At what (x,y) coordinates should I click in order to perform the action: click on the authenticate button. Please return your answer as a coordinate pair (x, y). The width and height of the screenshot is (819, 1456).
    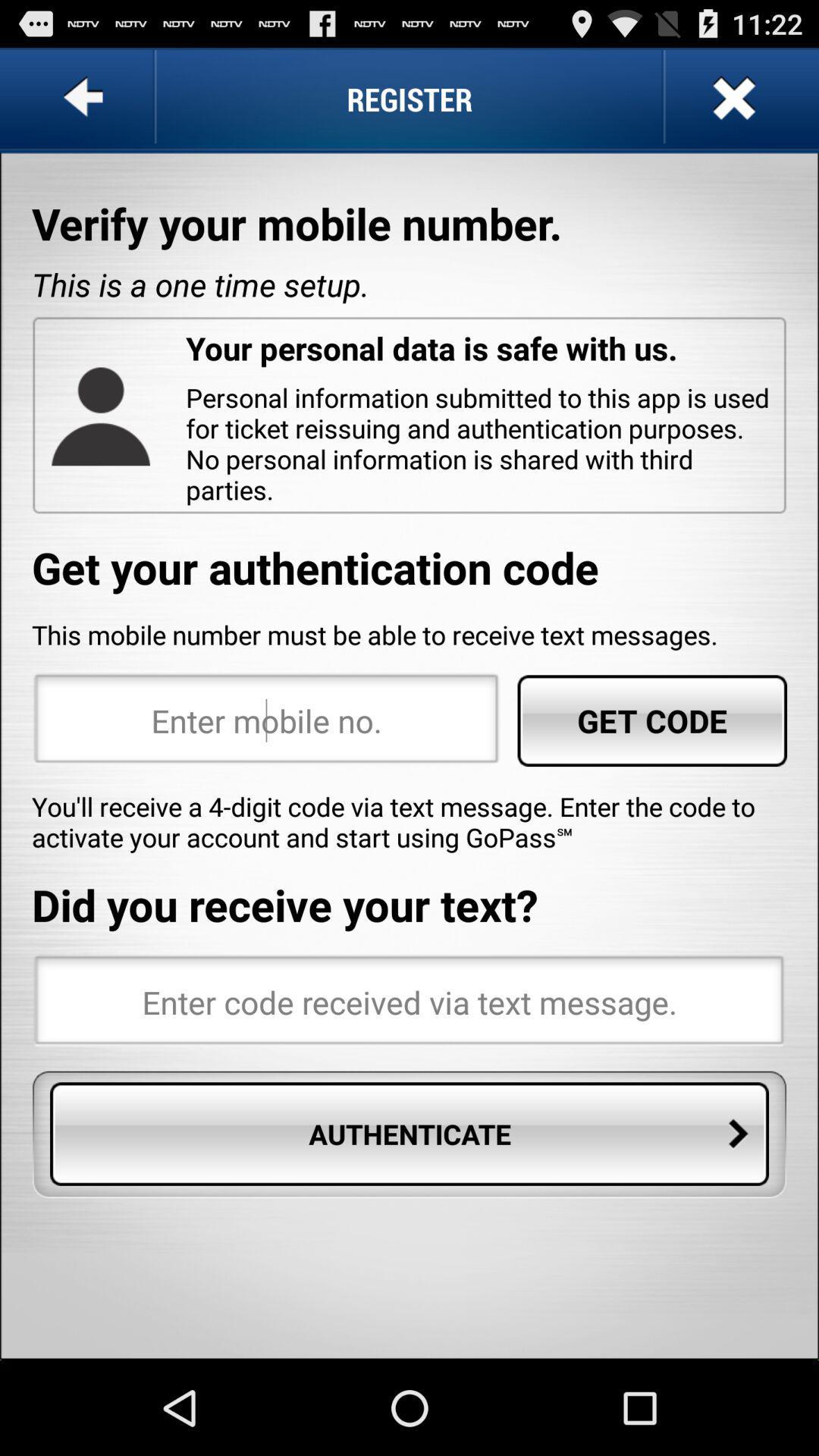
    Looking at the image, I should click on (409, 1134).